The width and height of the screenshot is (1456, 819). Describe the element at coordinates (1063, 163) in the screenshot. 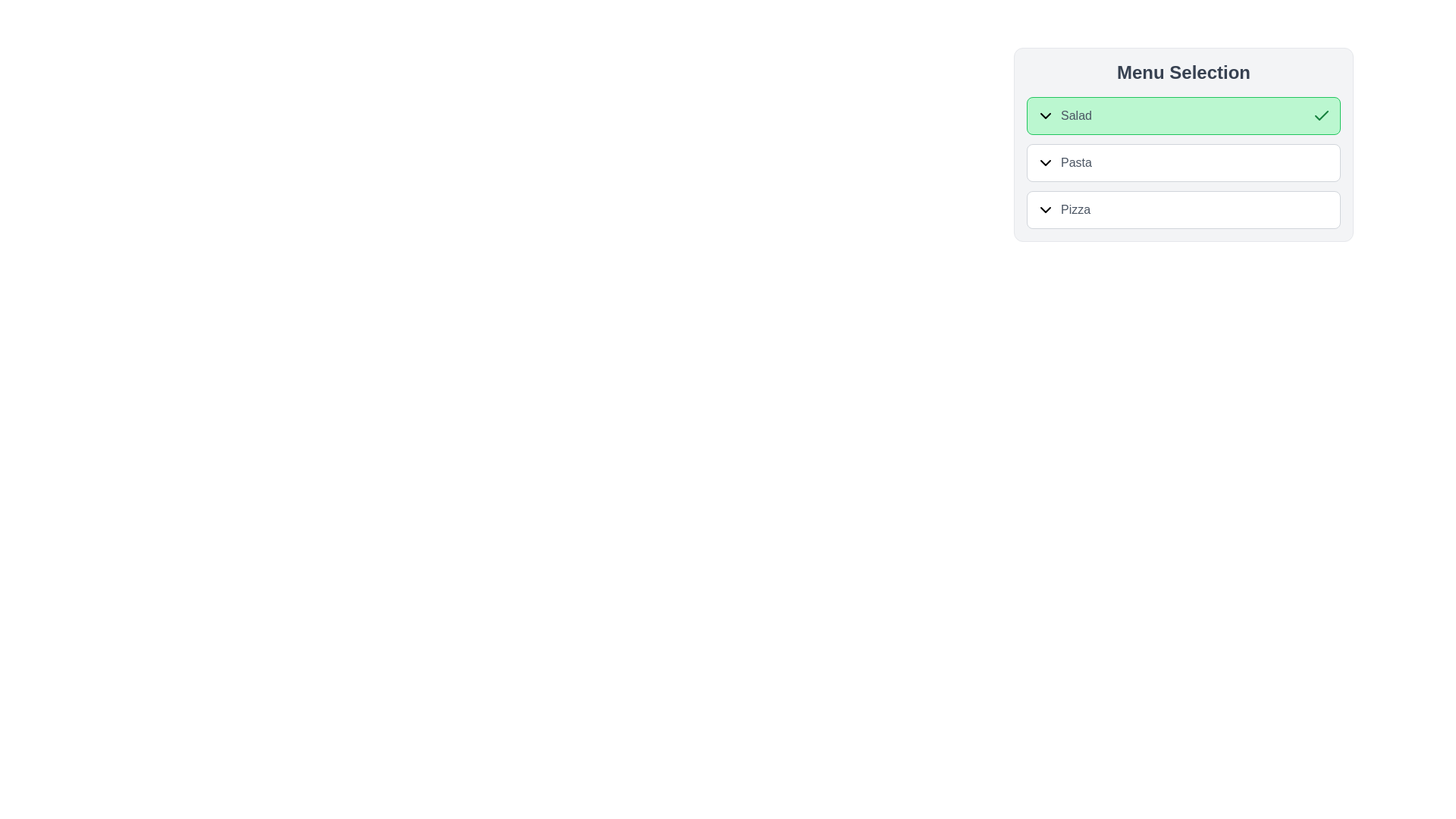

I see `the downward-pointing chevron icon next to the 'Pasta' menu item` at that location.